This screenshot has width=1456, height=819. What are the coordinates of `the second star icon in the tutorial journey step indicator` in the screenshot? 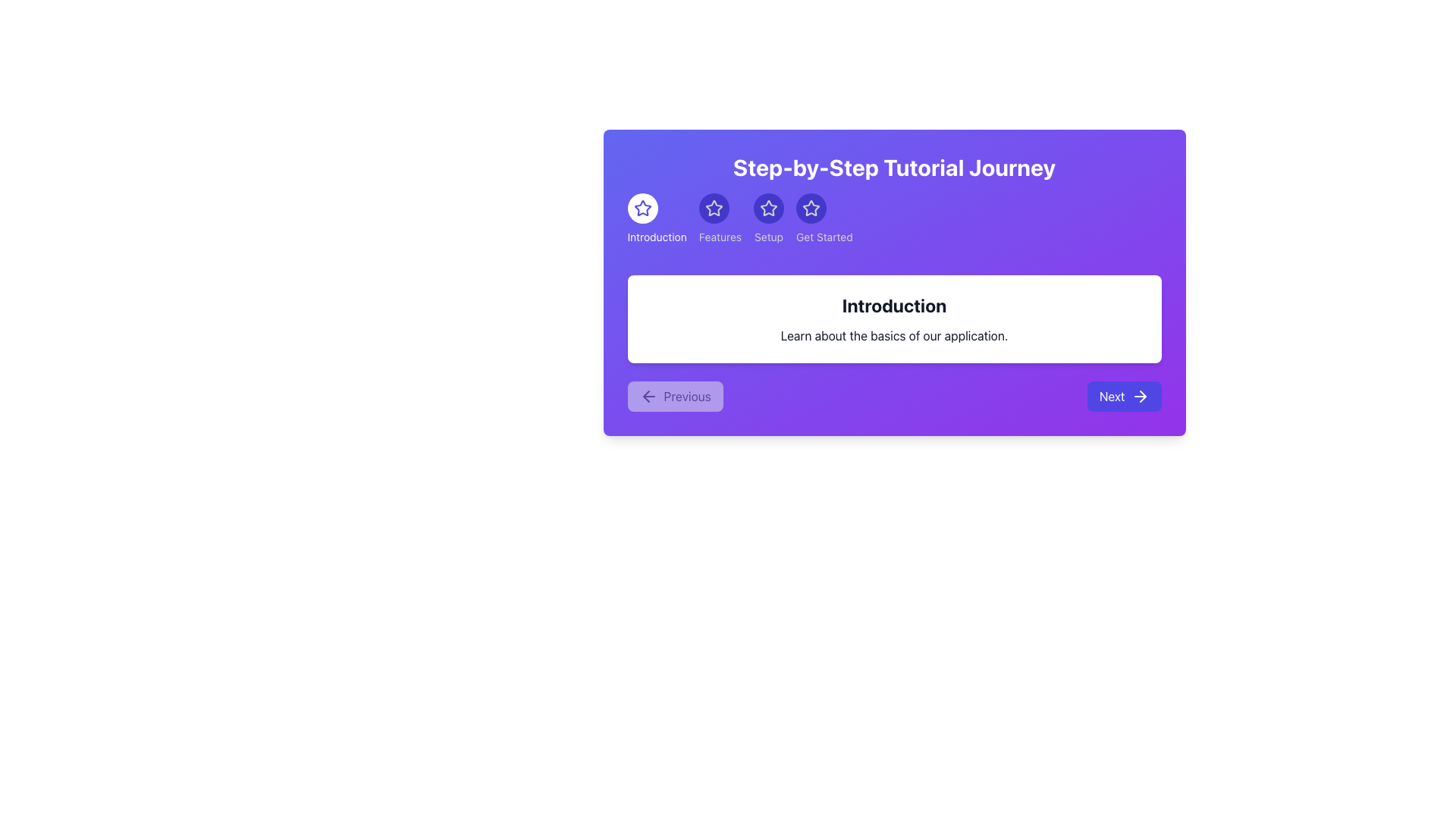 It's located at (713, 208).